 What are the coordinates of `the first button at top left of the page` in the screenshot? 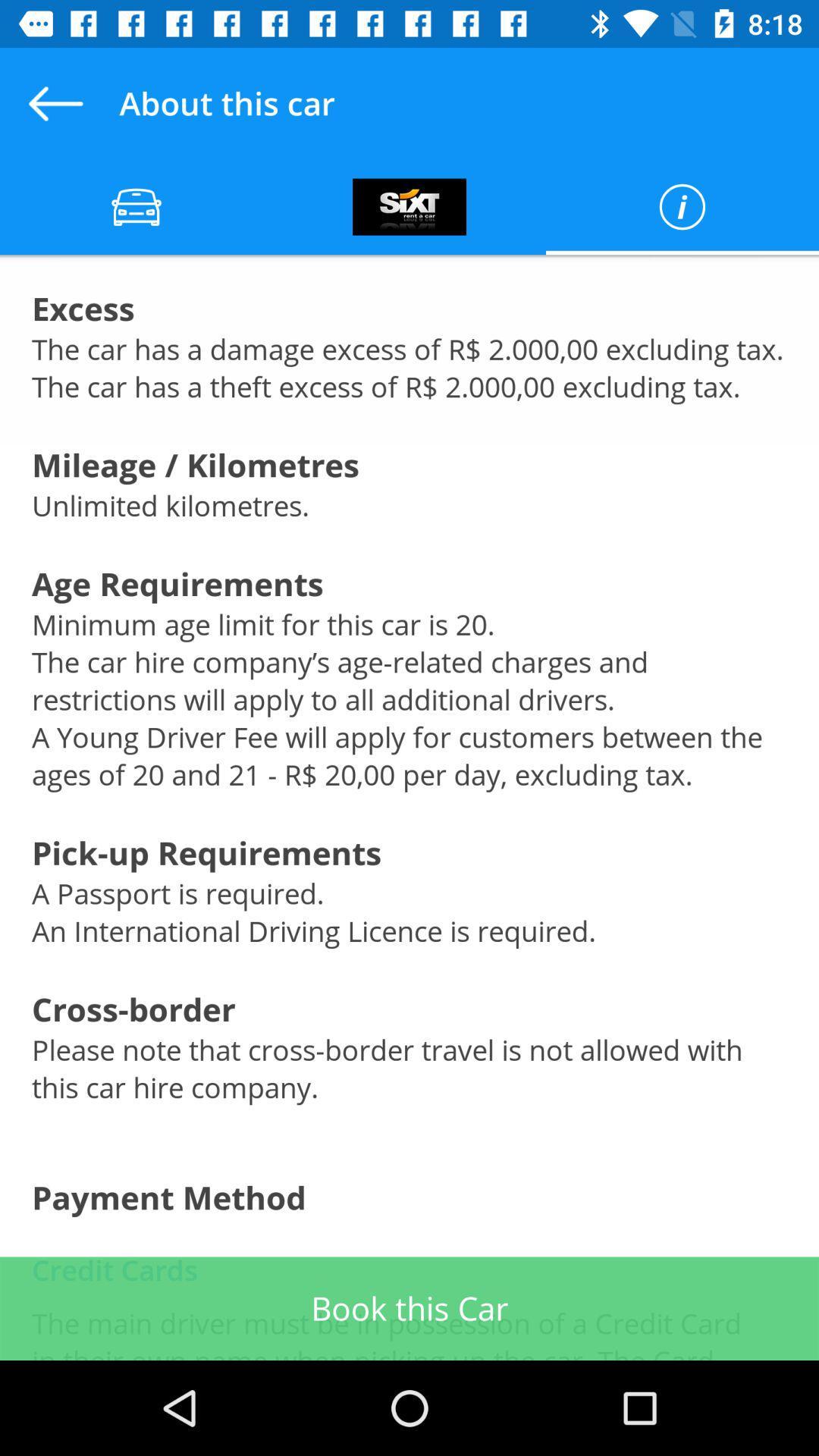 It's located at (136, 206).